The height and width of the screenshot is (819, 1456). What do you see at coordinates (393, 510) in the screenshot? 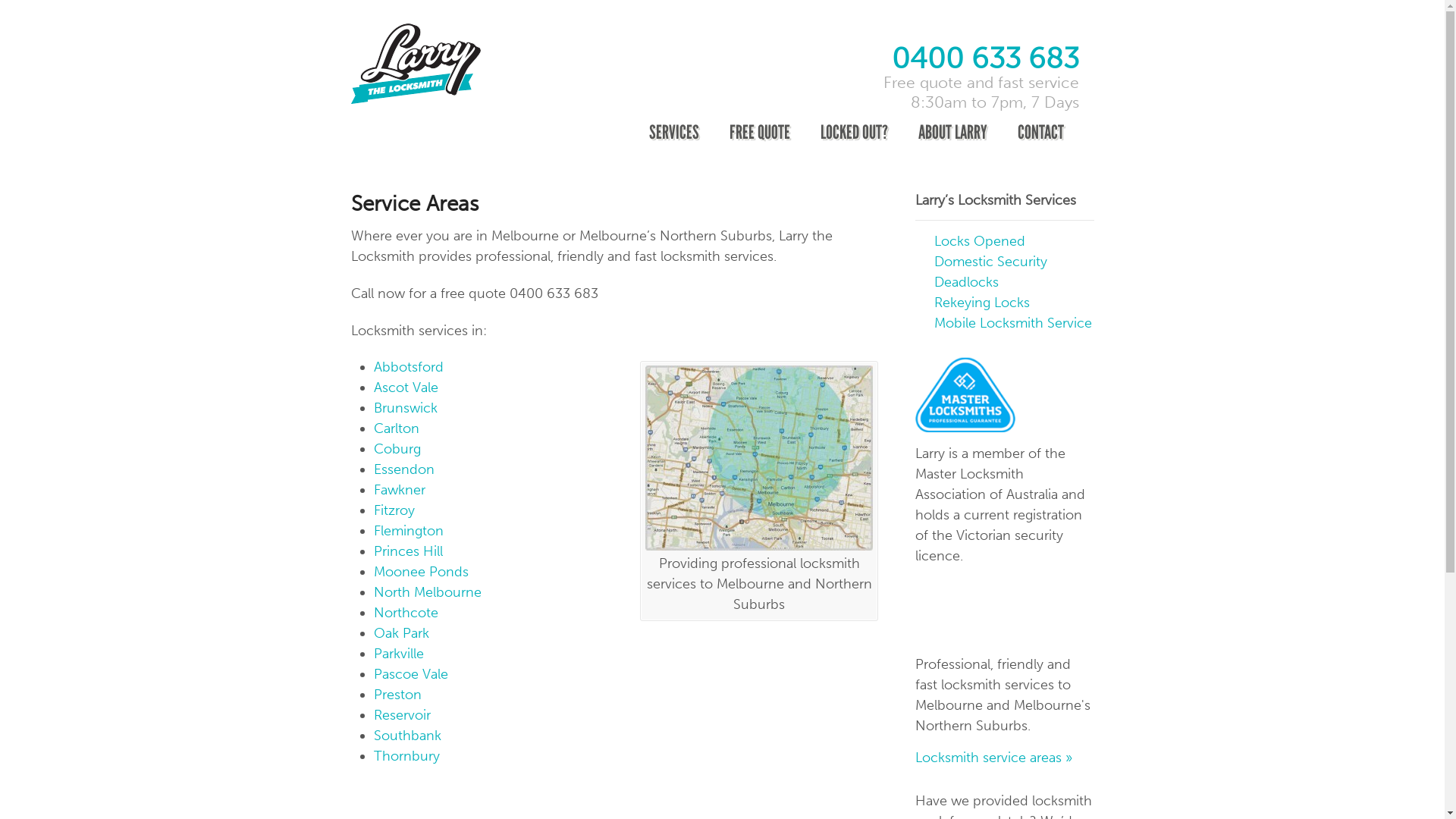
I see `'Fitzroy'` at bounding box center [393, 510].